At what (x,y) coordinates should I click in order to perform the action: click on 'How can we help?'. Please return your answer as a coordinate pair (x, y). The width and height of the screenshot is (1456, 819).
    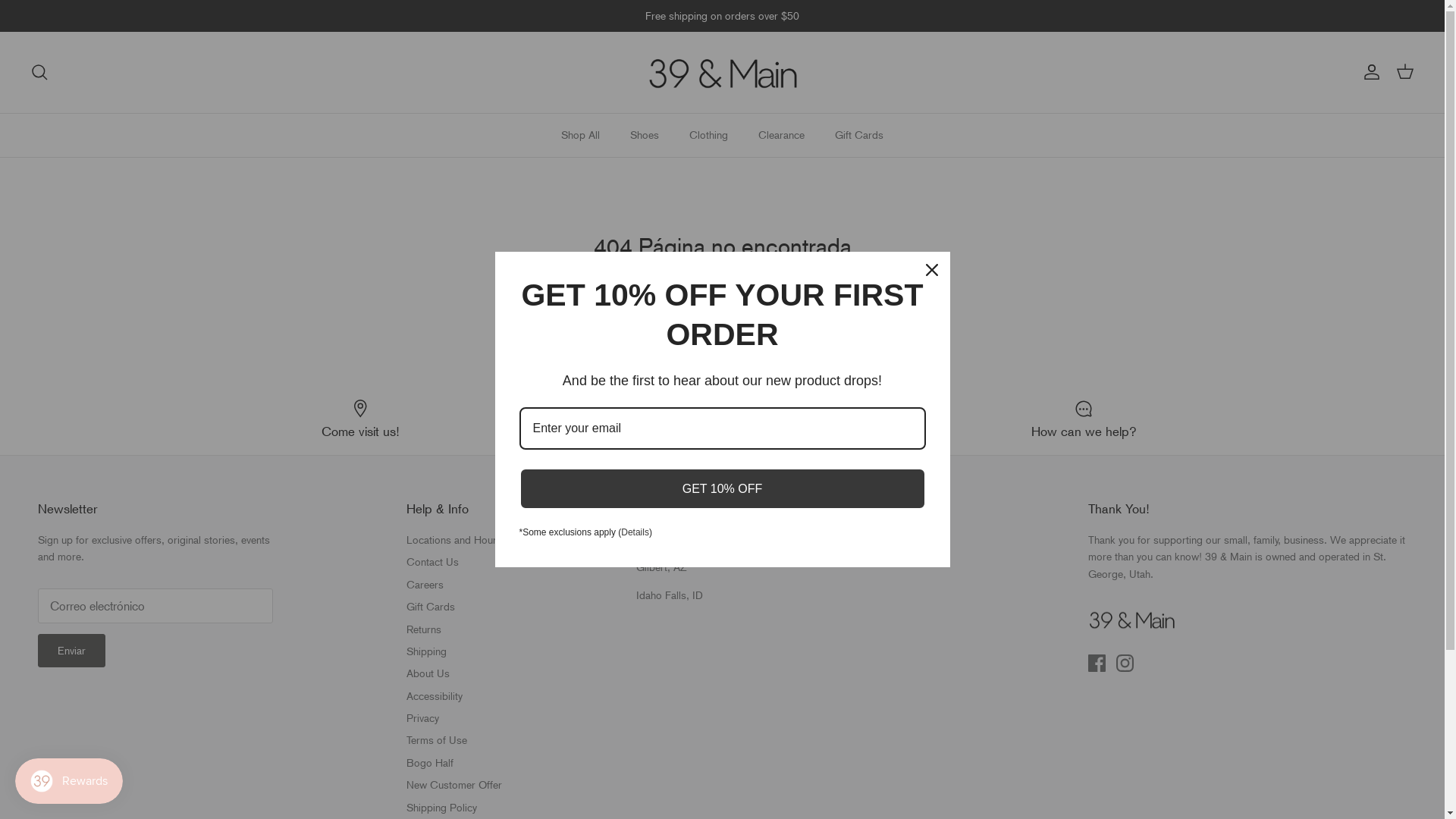
    Looking at the image, I should click on (1083, 419).